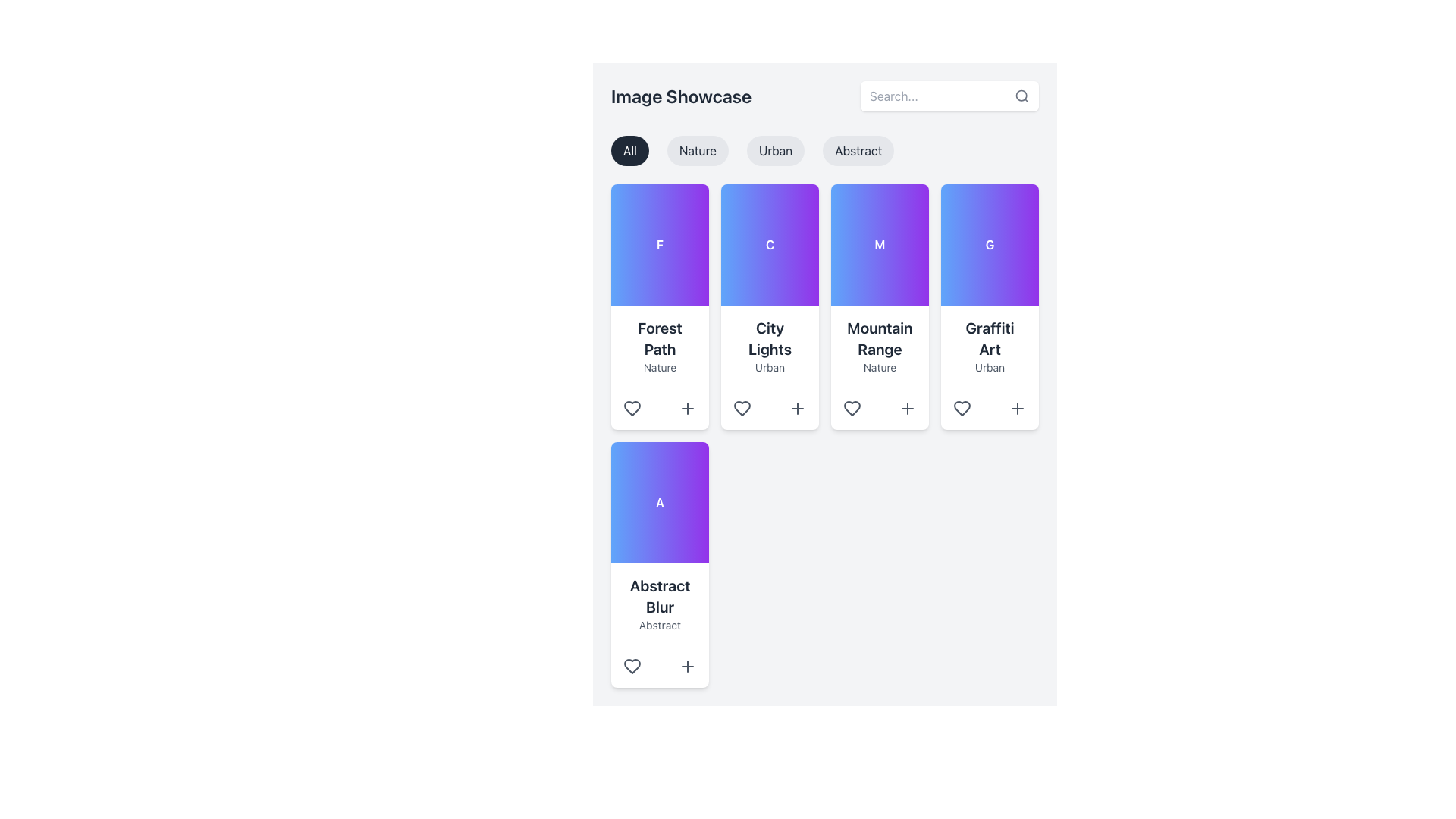 The height and width of the screenshot is (819, 1456). Describe the element at coordinates (660, 604) in the screenshot. I see `the Multi-line text block labeled 'Abstract Blur' and category 'Abstract' located in the lower section of the leftmost card in the third row` at that location.